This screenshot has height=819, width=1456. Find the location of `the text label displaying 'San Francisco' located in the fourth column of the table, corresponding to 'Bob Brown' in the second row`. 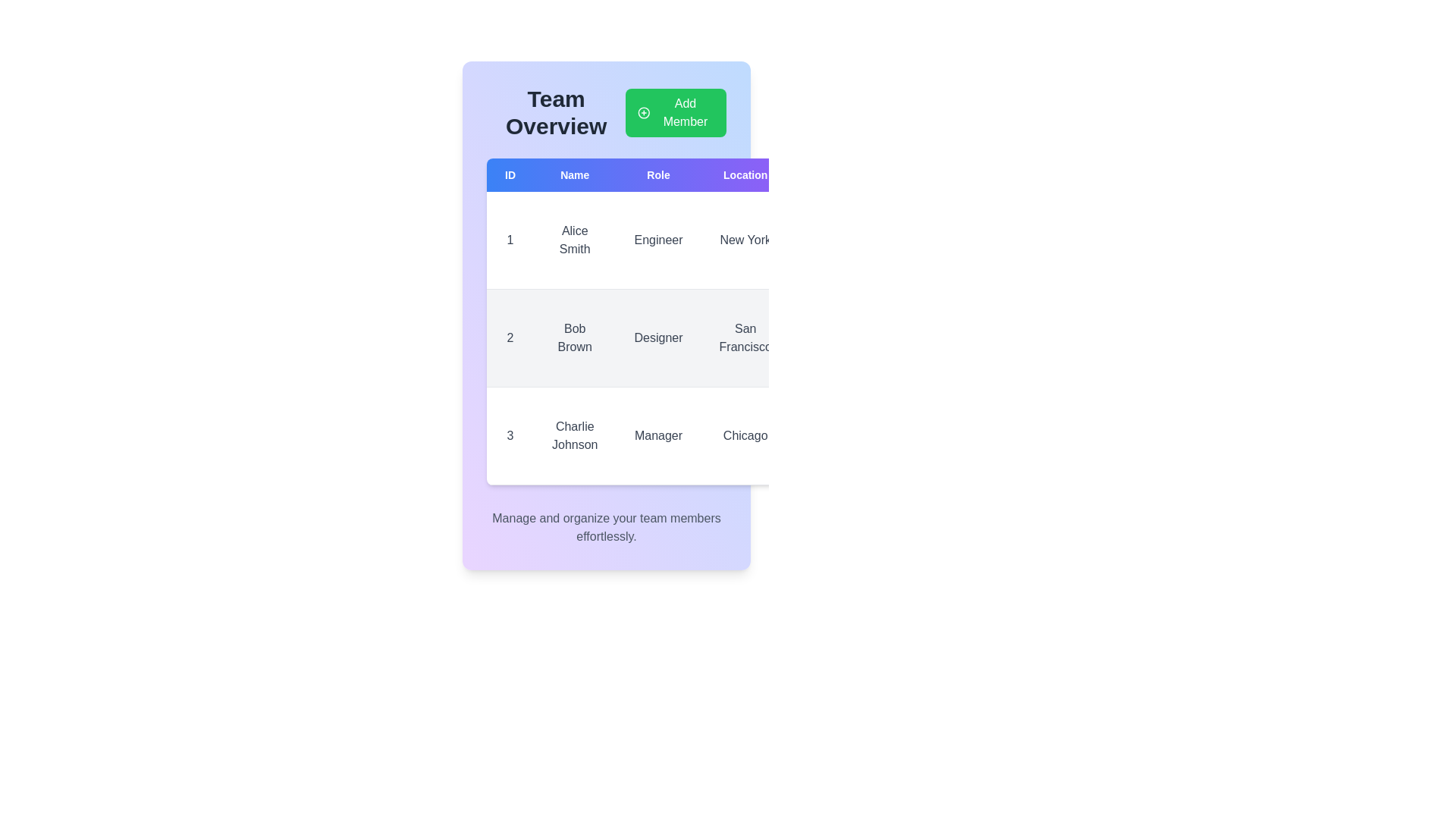

the text label displaying 'San Francisco' located in the fourth column of the table, corresponding to 'Bob Brown' in the second row is located at coordinates (745, 337).